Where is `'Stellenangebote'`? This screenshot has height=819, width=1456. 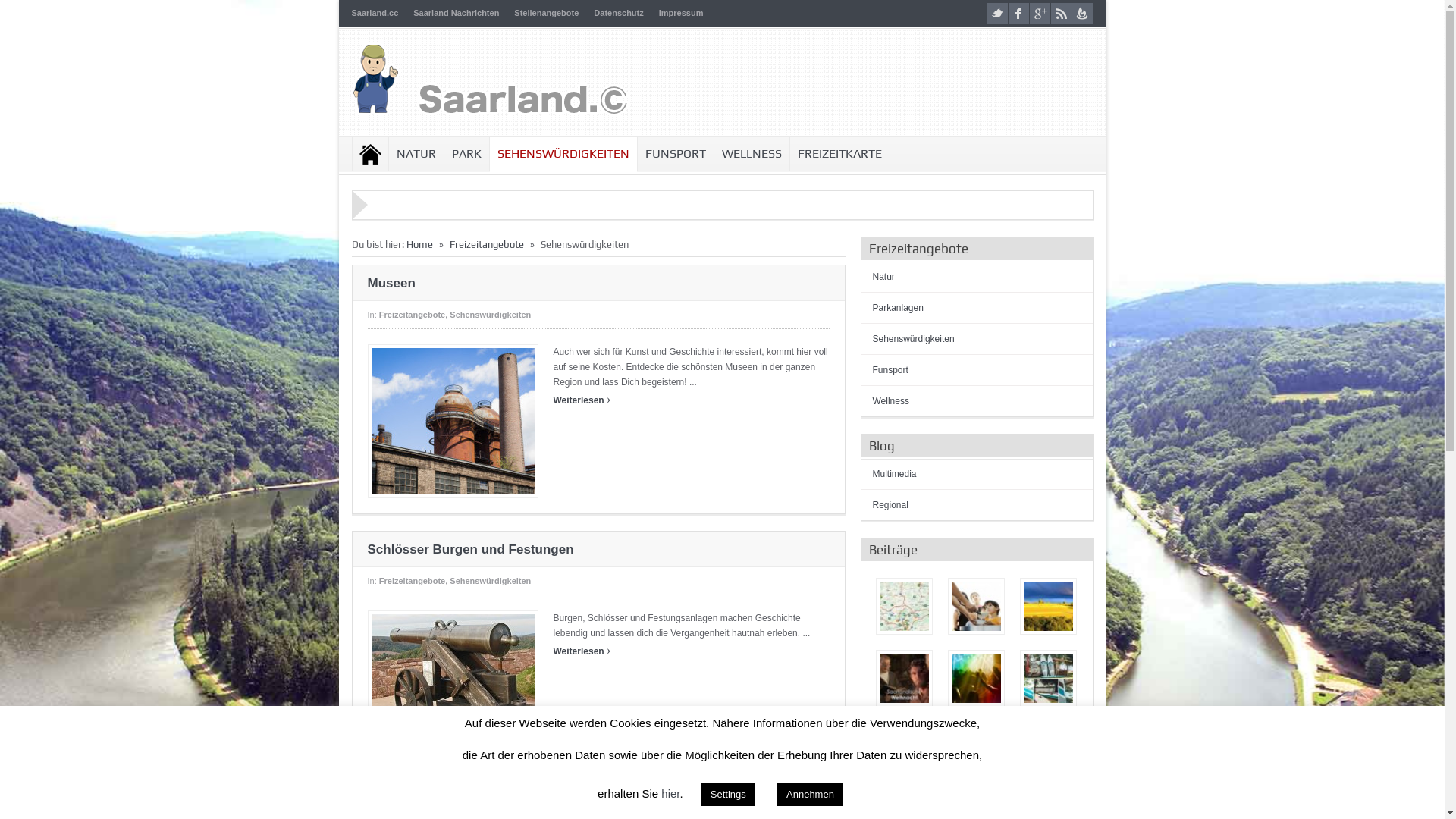
'Stellenangebote' is located at coordinates (546, 12).